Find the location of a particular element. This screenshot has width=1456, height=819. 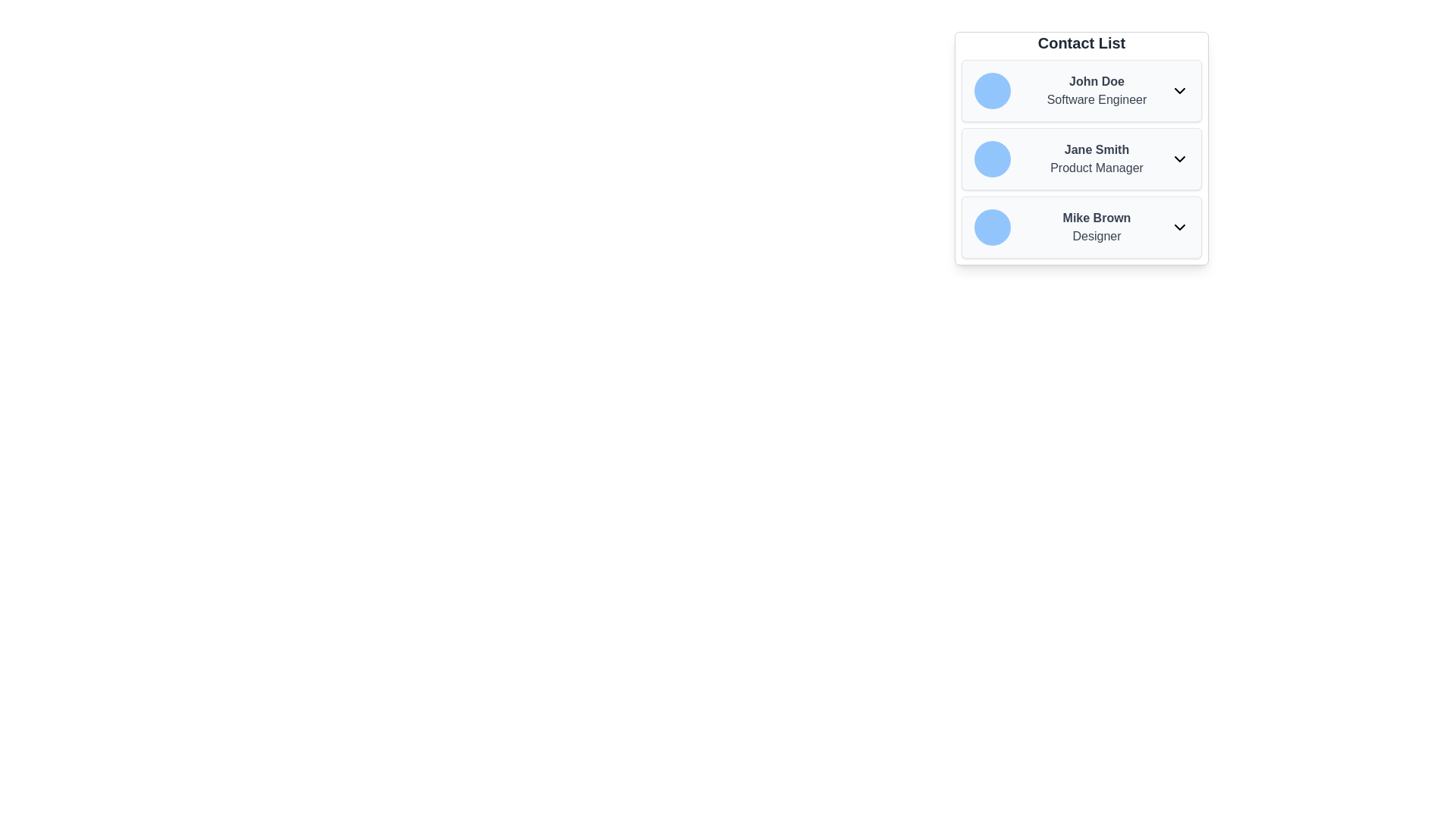

the chevron icon next to the contact 'John Doe' is located at coordinates (1178, 90).